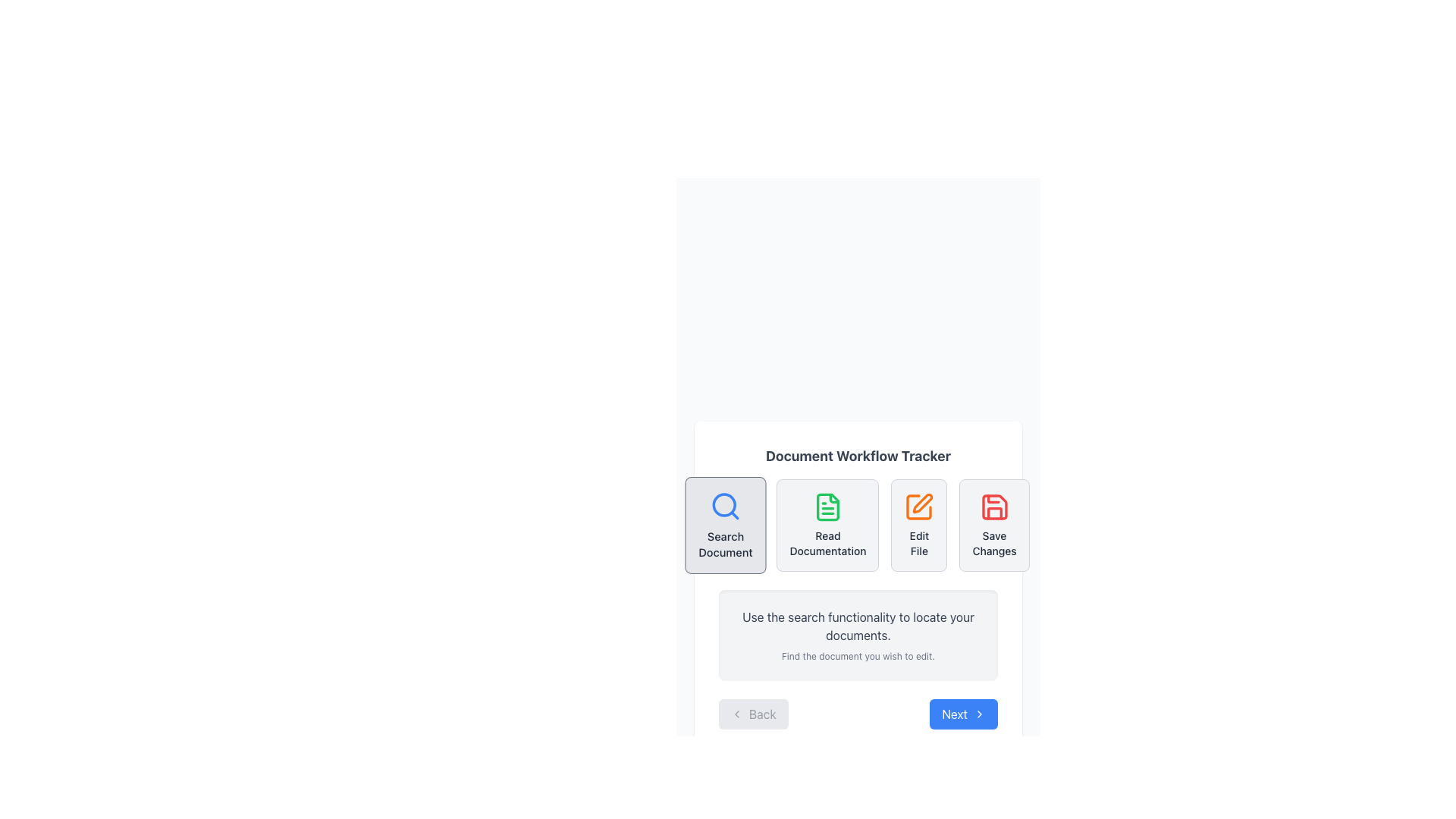 The height and width of the screenshot is (819, 1456). Describe the element at coordinates (827, 507) in the screenshot. I see `the green document icon with a folded corner located in the second tile under the 'Read Documentation' title within the 'Document Workflow Tracker' widget` at that location.